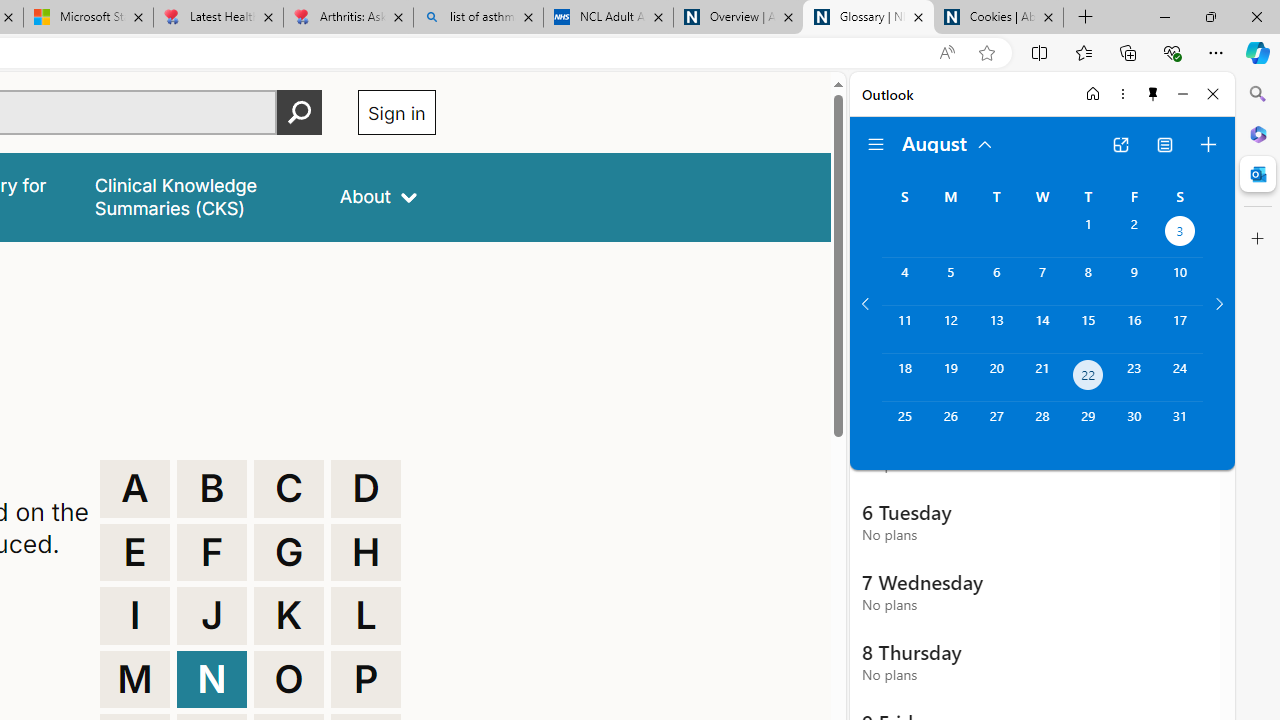  What do you see at coordinates (1153, 93) in the screenshot?
I see `'Unpin side pane'` at bounding box center [1153, 93].